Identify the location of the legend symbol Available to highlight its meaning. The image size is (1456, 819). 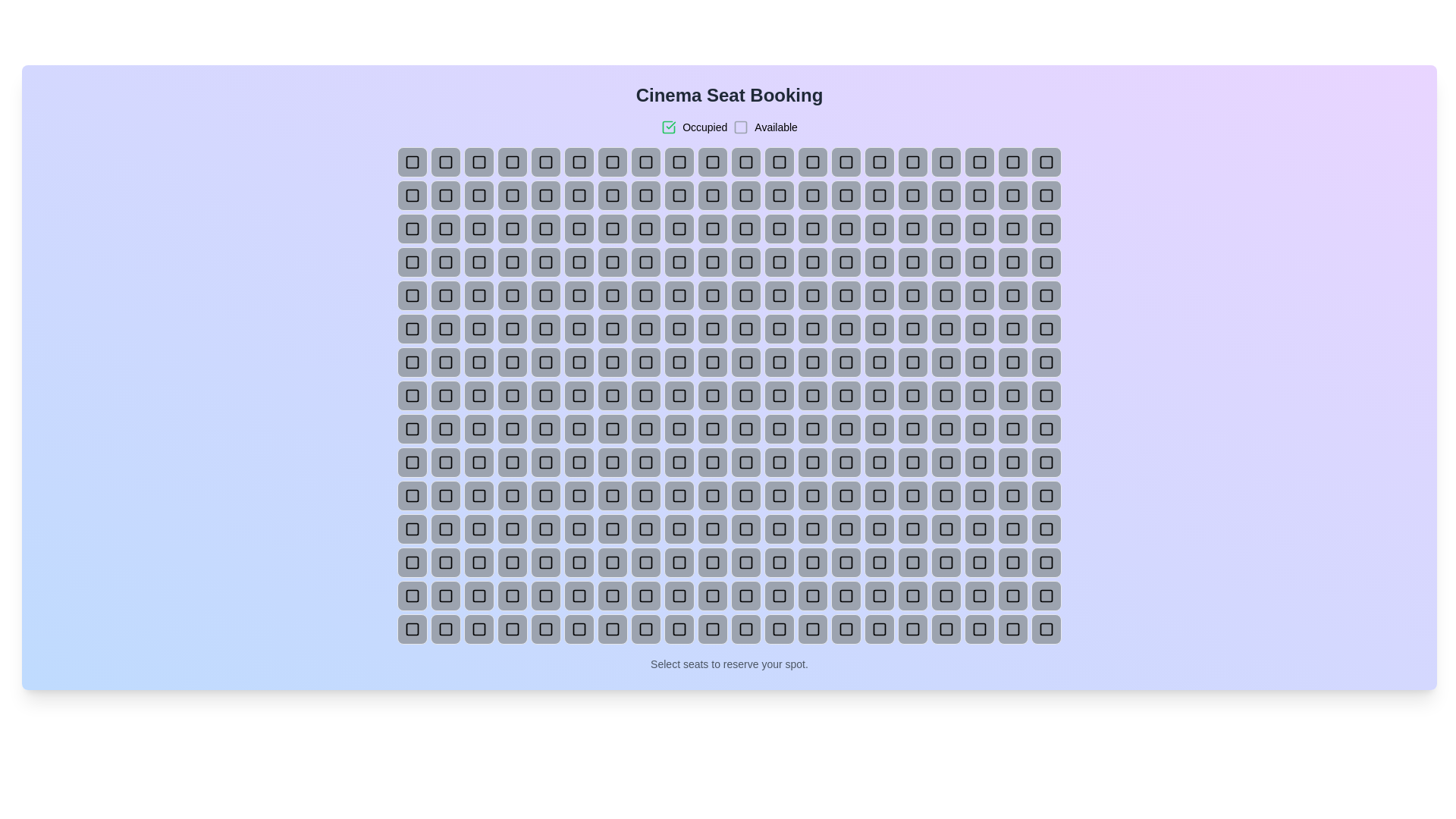
(741, 127).